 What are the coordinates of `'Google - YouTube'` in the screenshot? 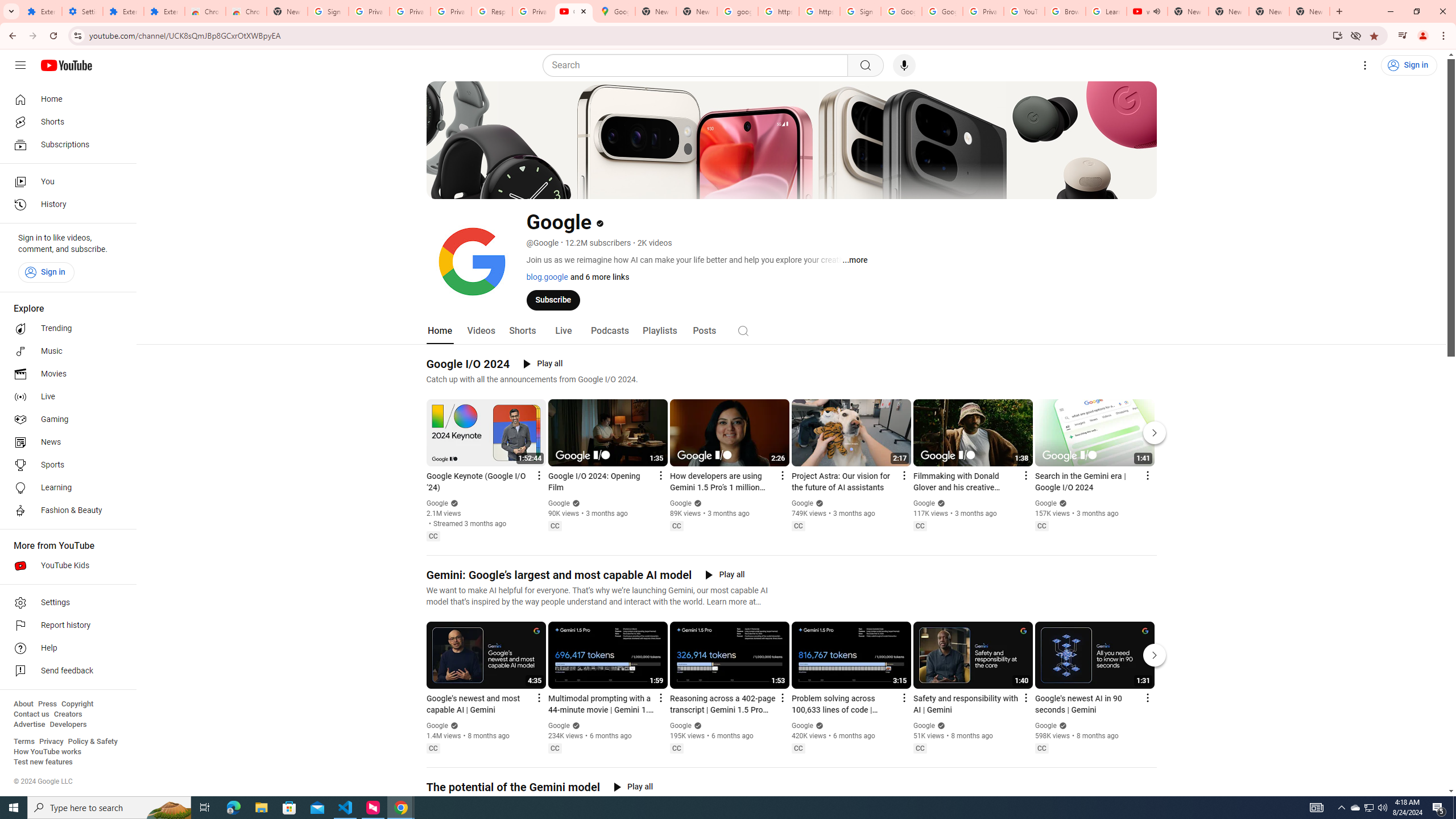 It's located at (573, 11).